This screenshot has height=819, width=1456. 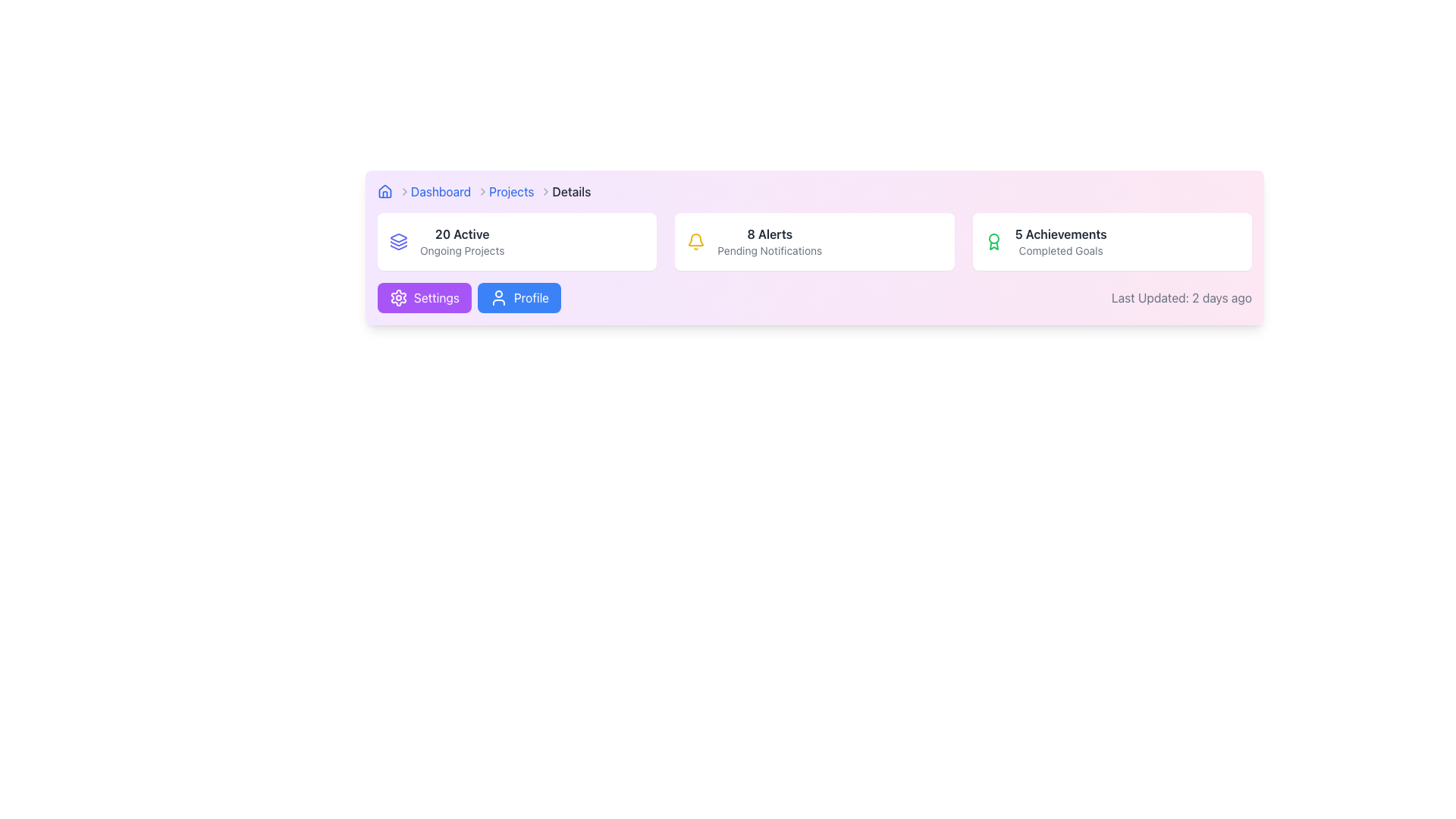 What do you see at coordinates (424, 298) in the screenshot?
I see `the 'Settings' button, which is a purple rectangular button with a gear icon and white text, to change its background color to a slightly darker purple` at bounding box center [424, 298].